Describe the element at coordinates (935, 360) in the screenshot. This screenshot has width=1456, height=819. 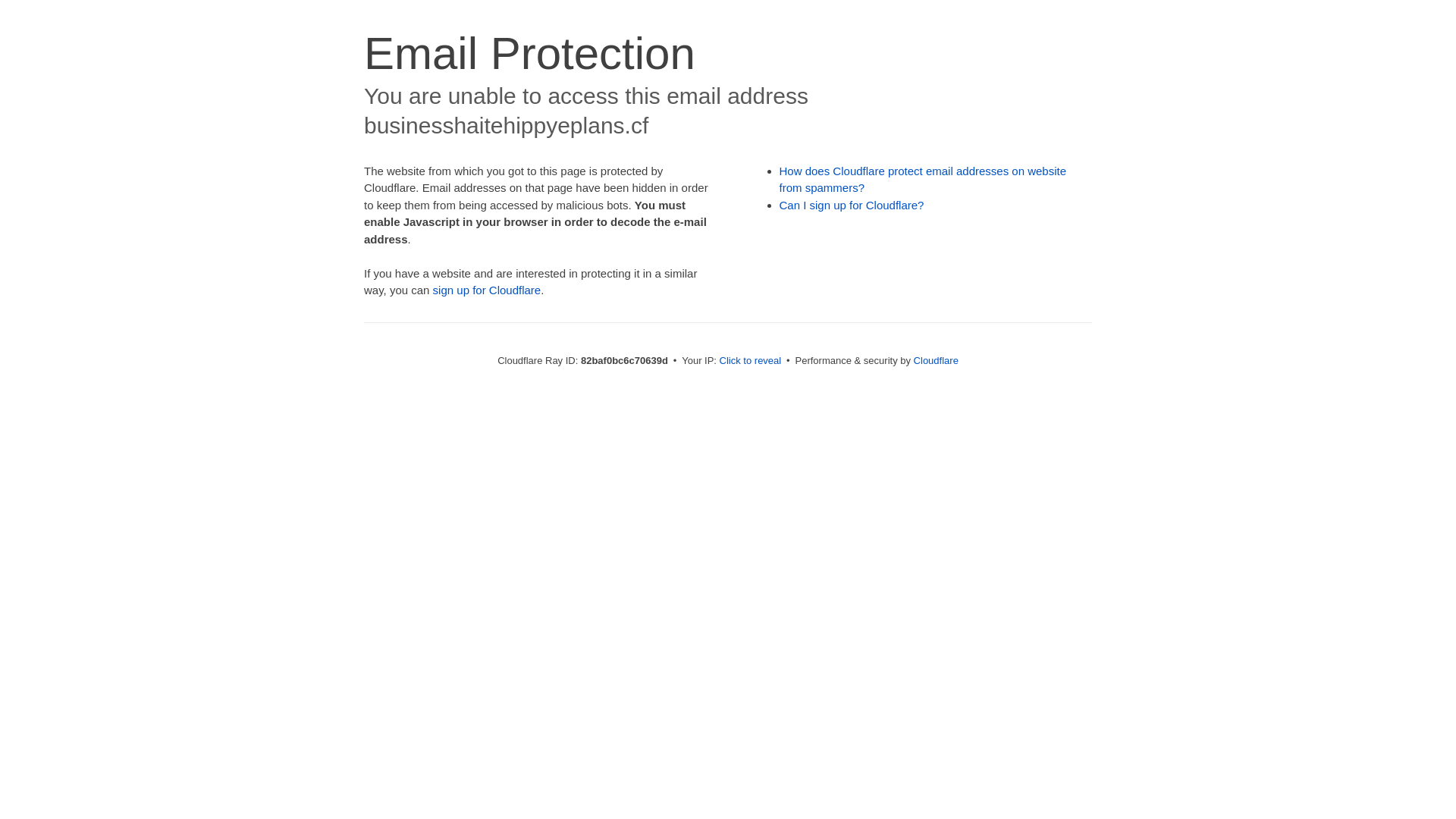
I see `'Cloudflare'` at that location.